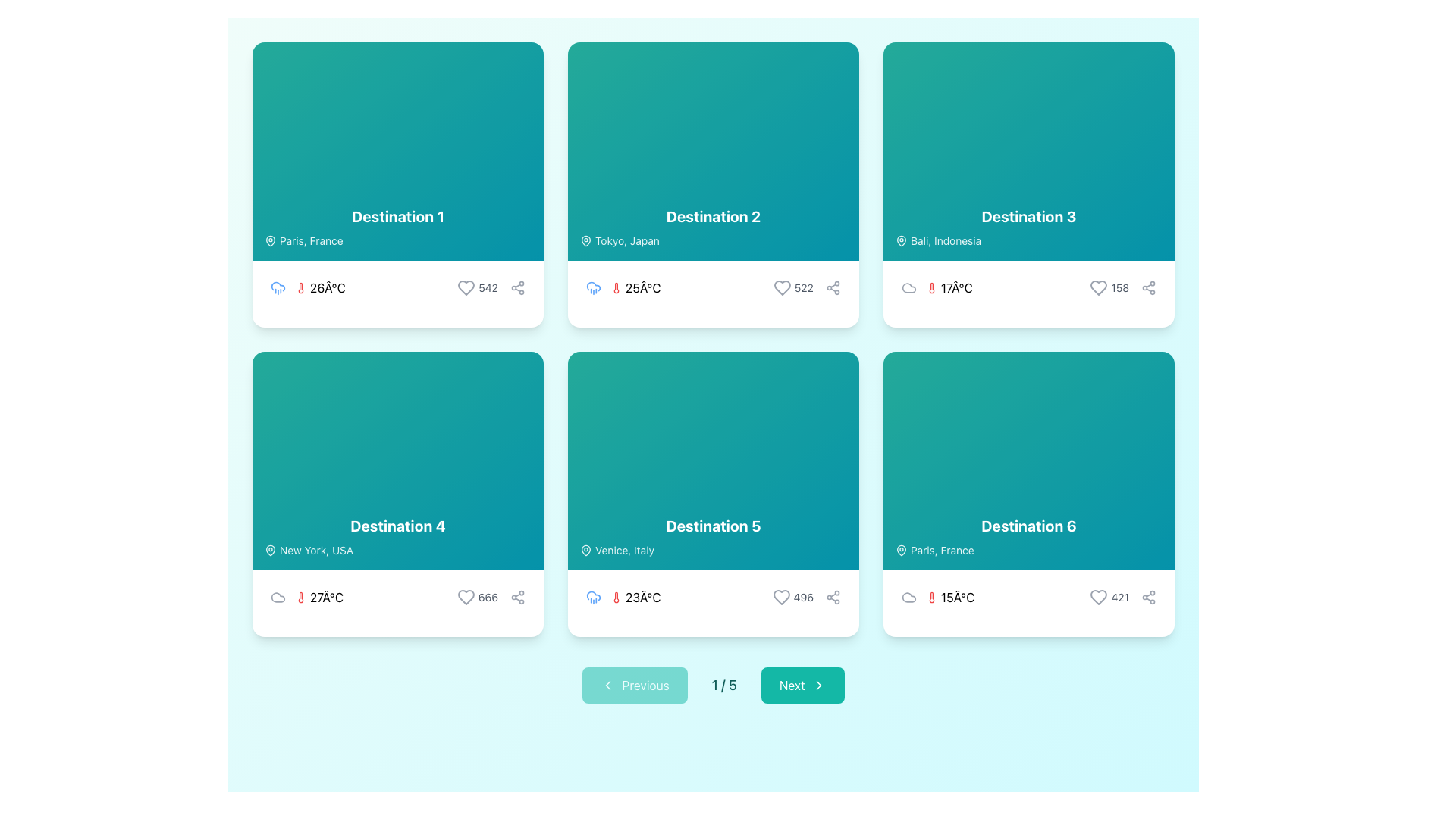 The width and height of the screenshot is (1456, 819). I want to click on the heart button located at the bottom-right corner of the 'Destination 5' card, adjacent to the number '496', to like or unlike the item, so click(781, 596).